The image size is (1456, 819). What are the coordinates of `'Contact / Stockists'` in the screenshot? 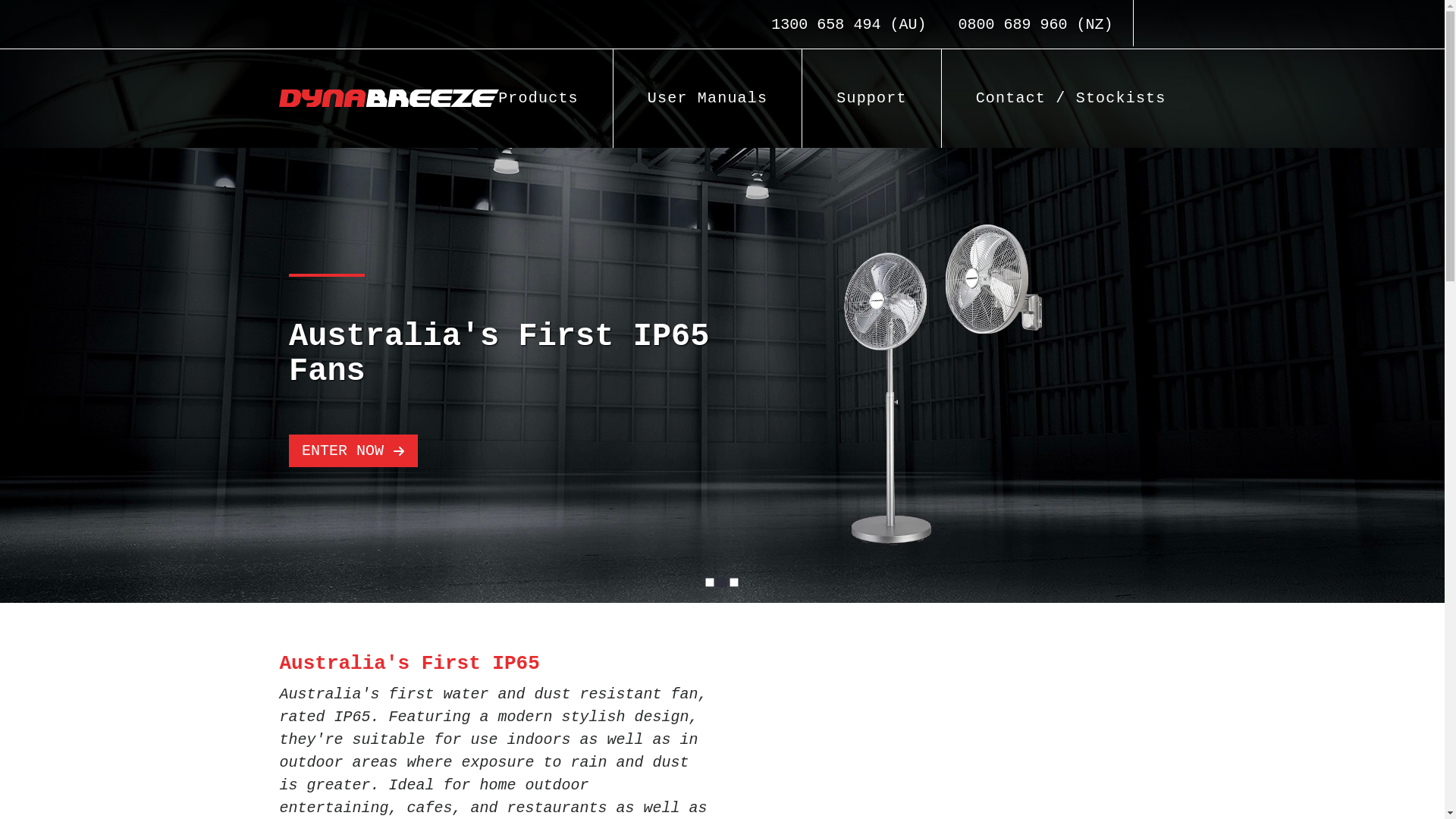 It's located at (1053, 99).